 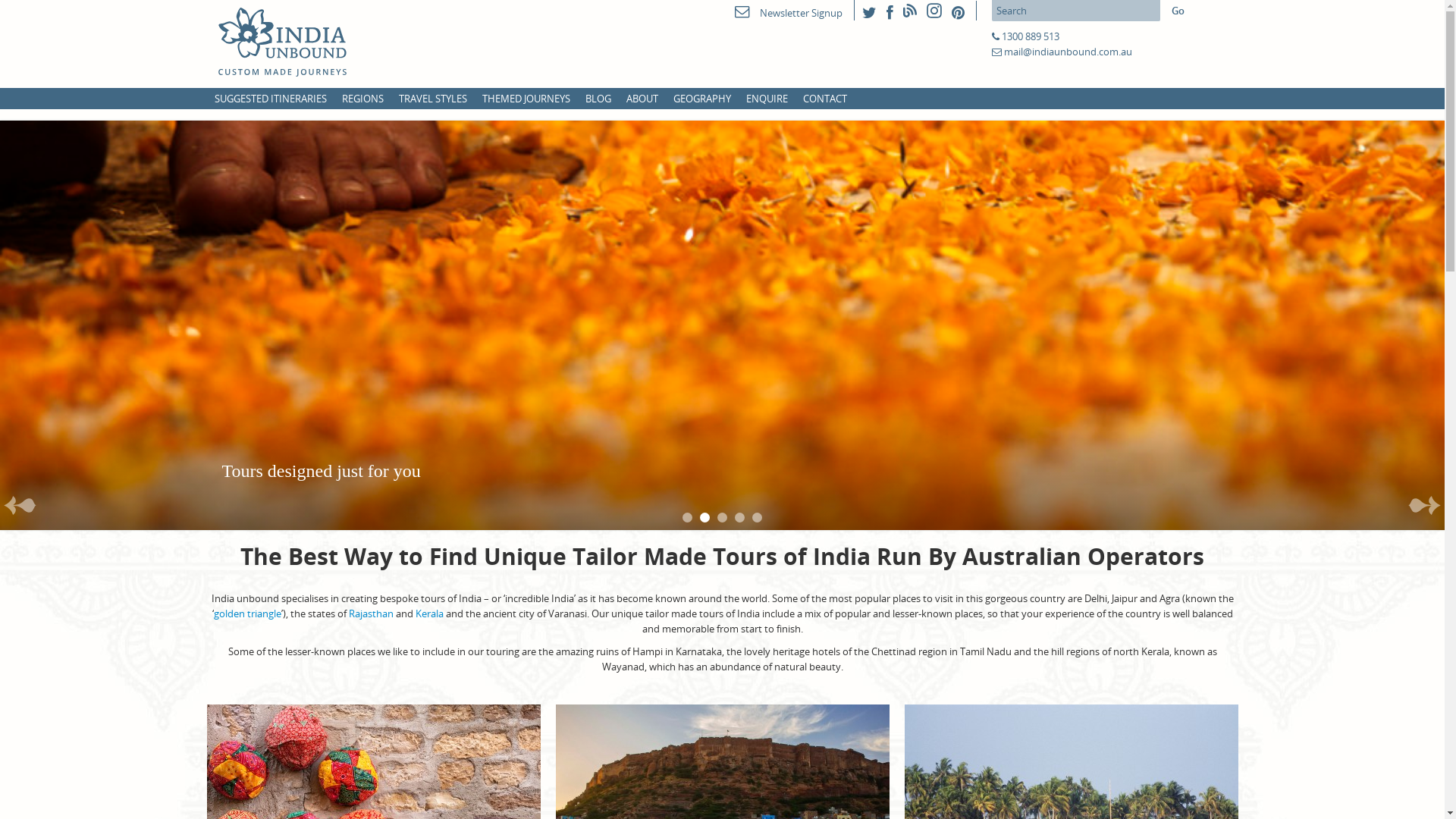 I want to click on 'Rajasthan', so click(x=371, y=613).